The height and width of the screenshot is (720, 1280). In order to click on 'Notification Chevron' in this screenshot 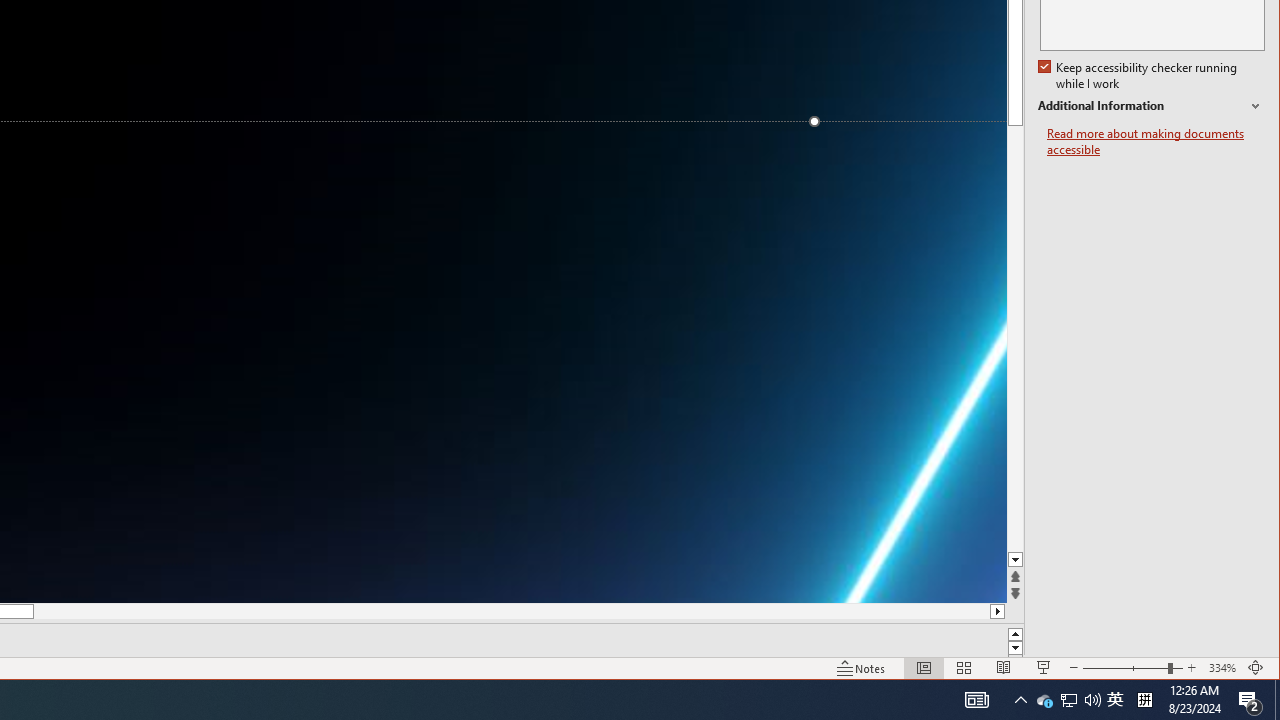, I will do `click(1067, 698)`.